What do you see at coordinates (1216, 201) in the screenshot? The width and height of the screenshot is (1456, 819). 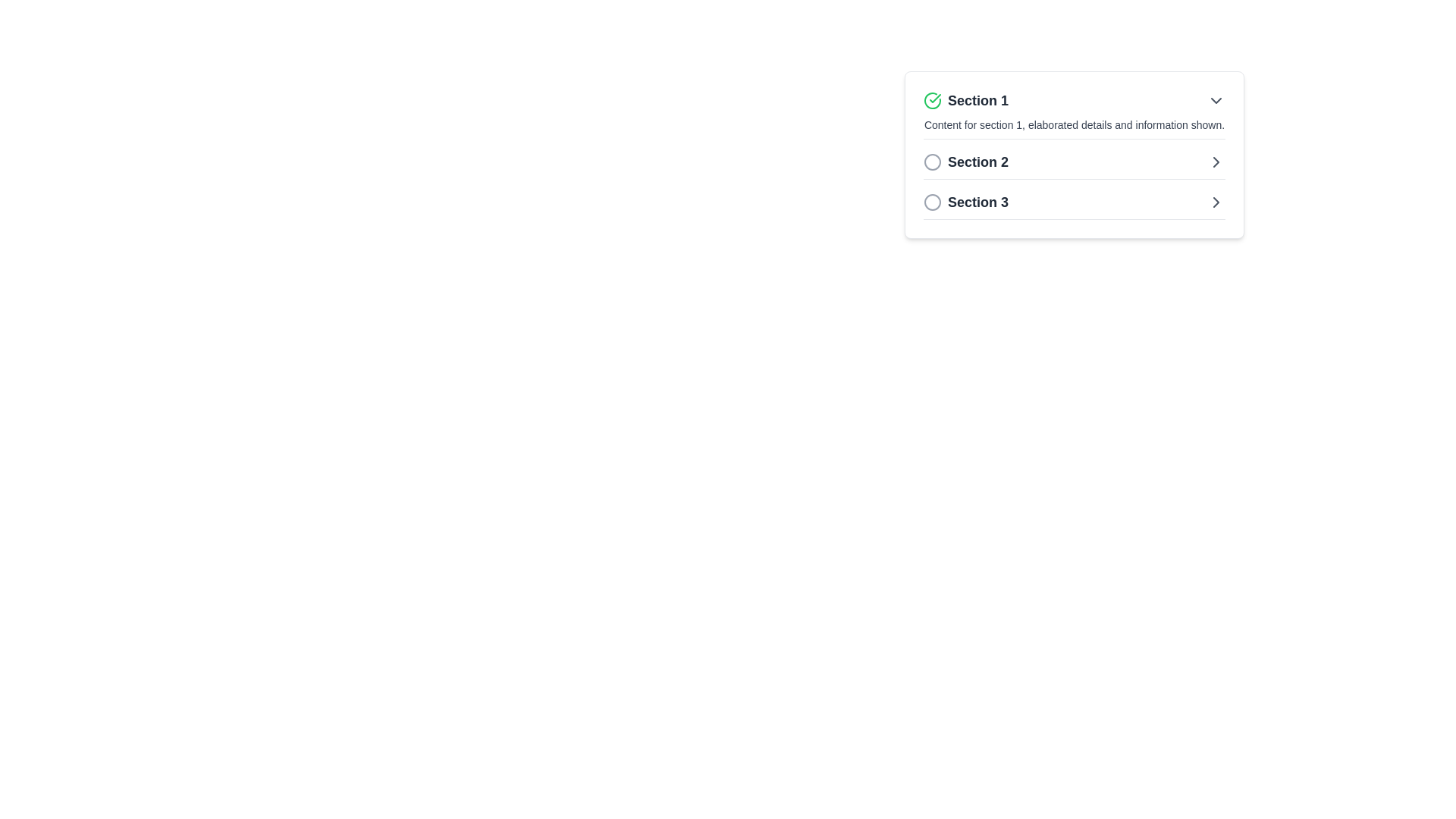 I see `the rightward-pointing chevron icon, which is gray and located to the right of the 'Section 3' row` at bounding box center [1216, 201].